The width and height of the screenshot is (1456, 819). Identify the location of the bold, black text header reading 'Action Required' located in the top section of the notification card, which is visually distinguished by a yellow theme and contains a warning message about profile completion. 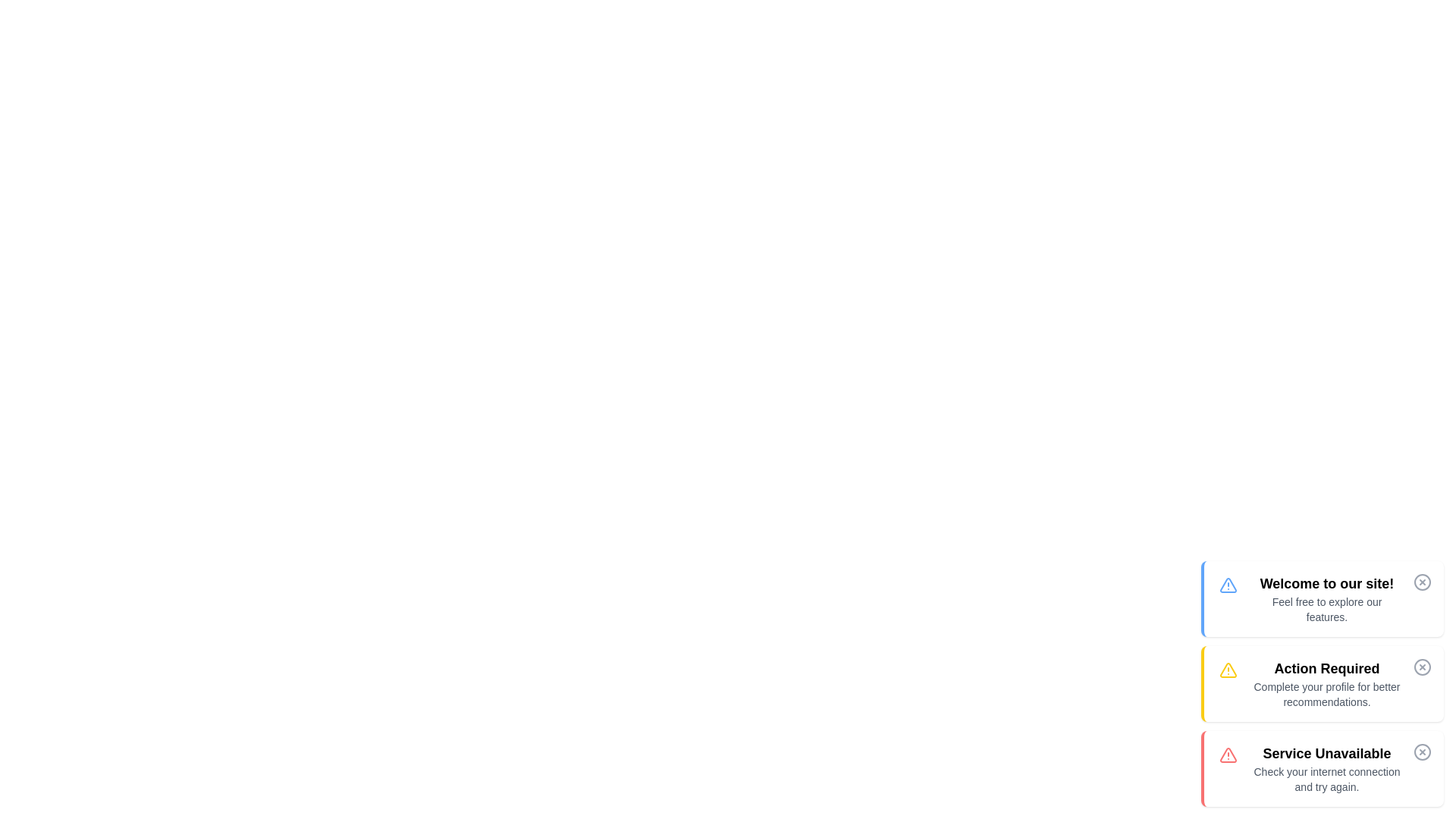
(1326, 668).